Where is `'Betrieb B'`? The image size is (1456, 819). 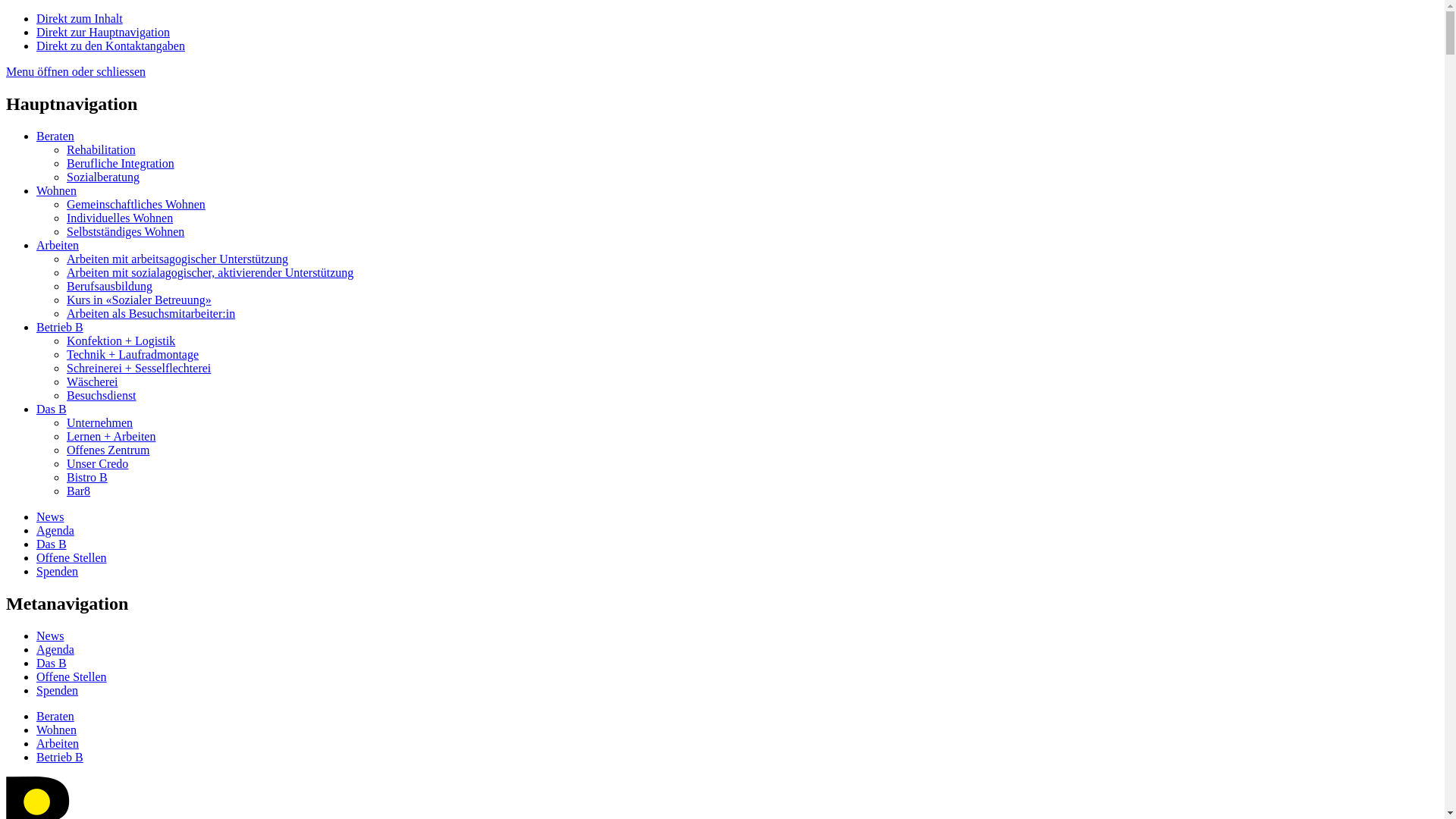 'Betrieb B' is located at coordinates (59, 757).